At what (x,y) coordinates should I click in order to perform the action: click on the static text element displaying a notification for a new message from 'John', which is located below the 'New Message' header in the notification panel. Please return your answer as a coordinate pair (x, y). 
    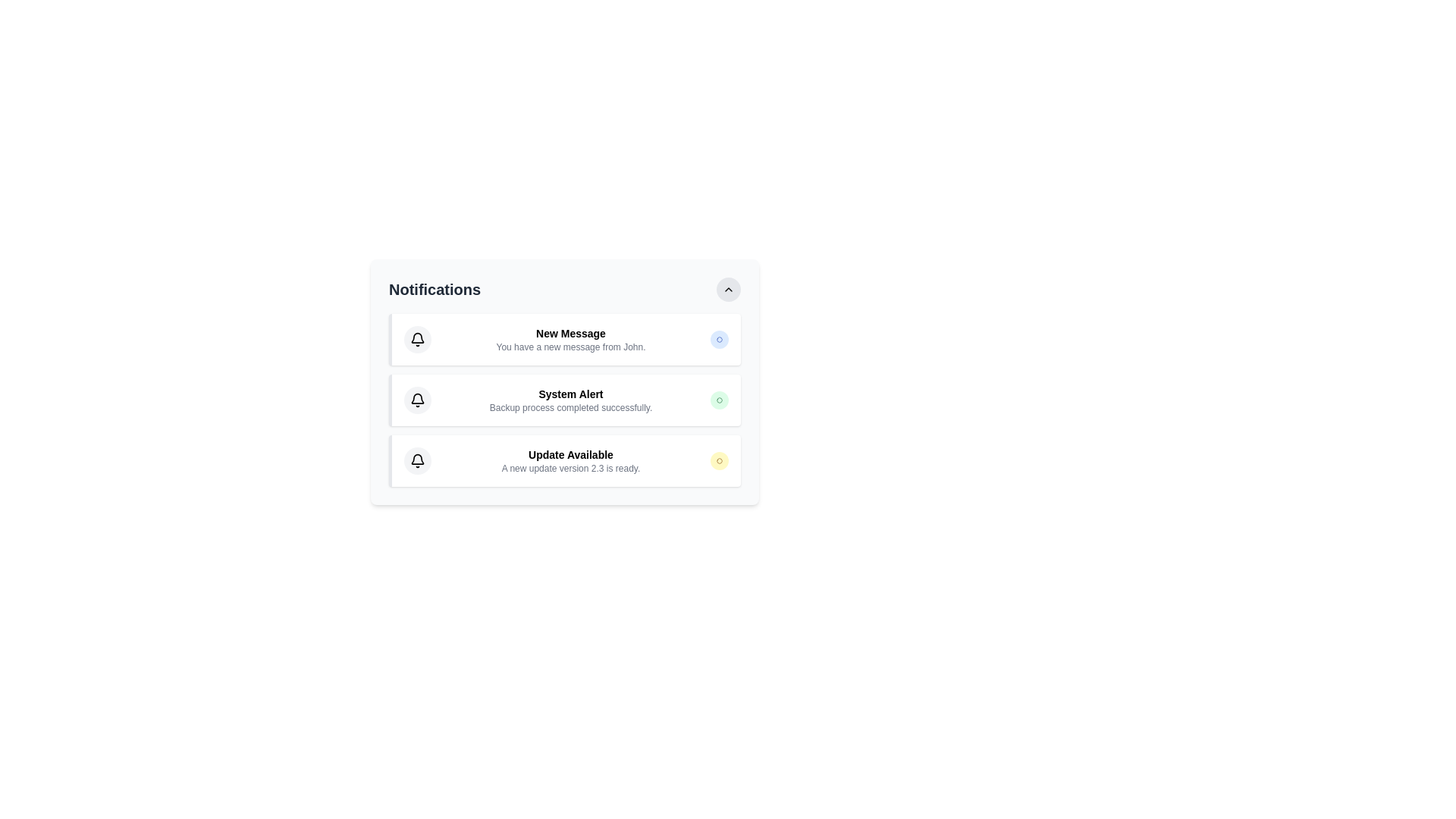
    Looking at the image, I should click on (570, 347).